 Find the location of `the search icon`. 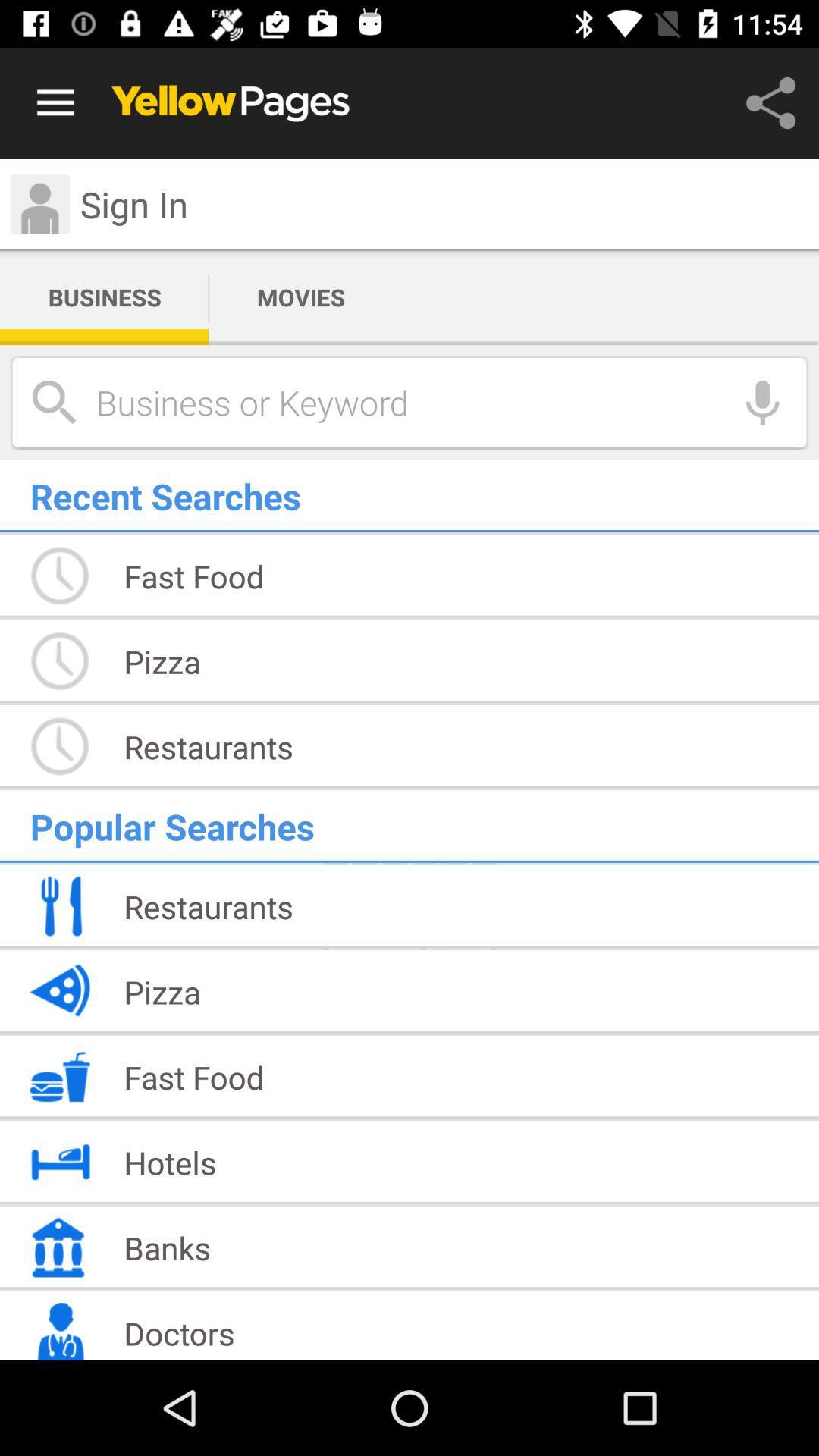

the search icon is located at coordinates (53, 402).